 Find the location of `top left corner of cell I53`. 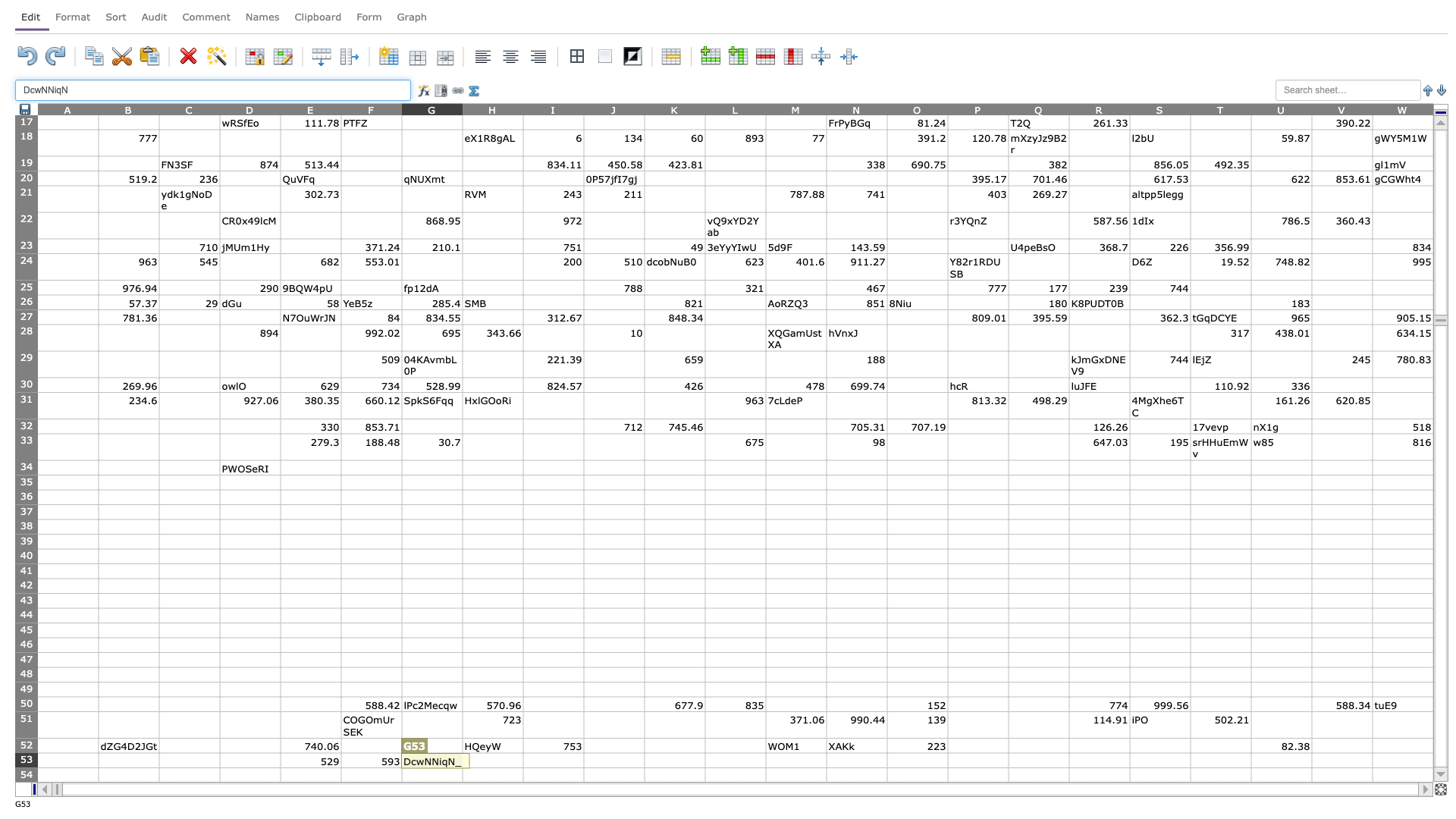

top left corner of cell I53 is located at coordinates (523, 752).